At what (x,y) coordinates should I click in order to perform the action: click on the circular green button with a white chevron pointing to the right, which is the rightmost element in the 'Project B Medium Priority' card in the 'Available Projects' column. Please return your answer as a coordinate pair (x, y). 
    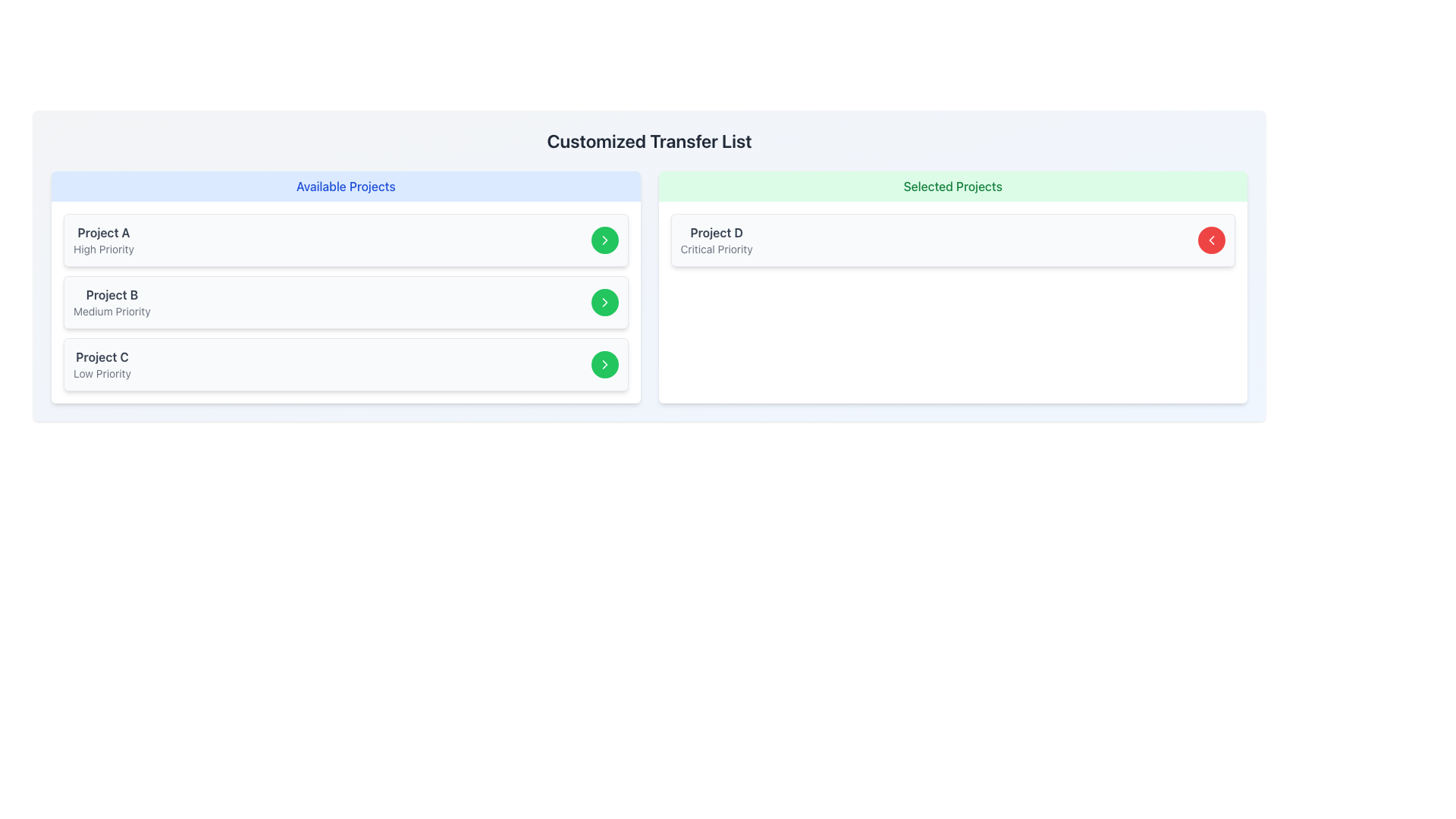
    Looking at the image, I should click on (604, 302).